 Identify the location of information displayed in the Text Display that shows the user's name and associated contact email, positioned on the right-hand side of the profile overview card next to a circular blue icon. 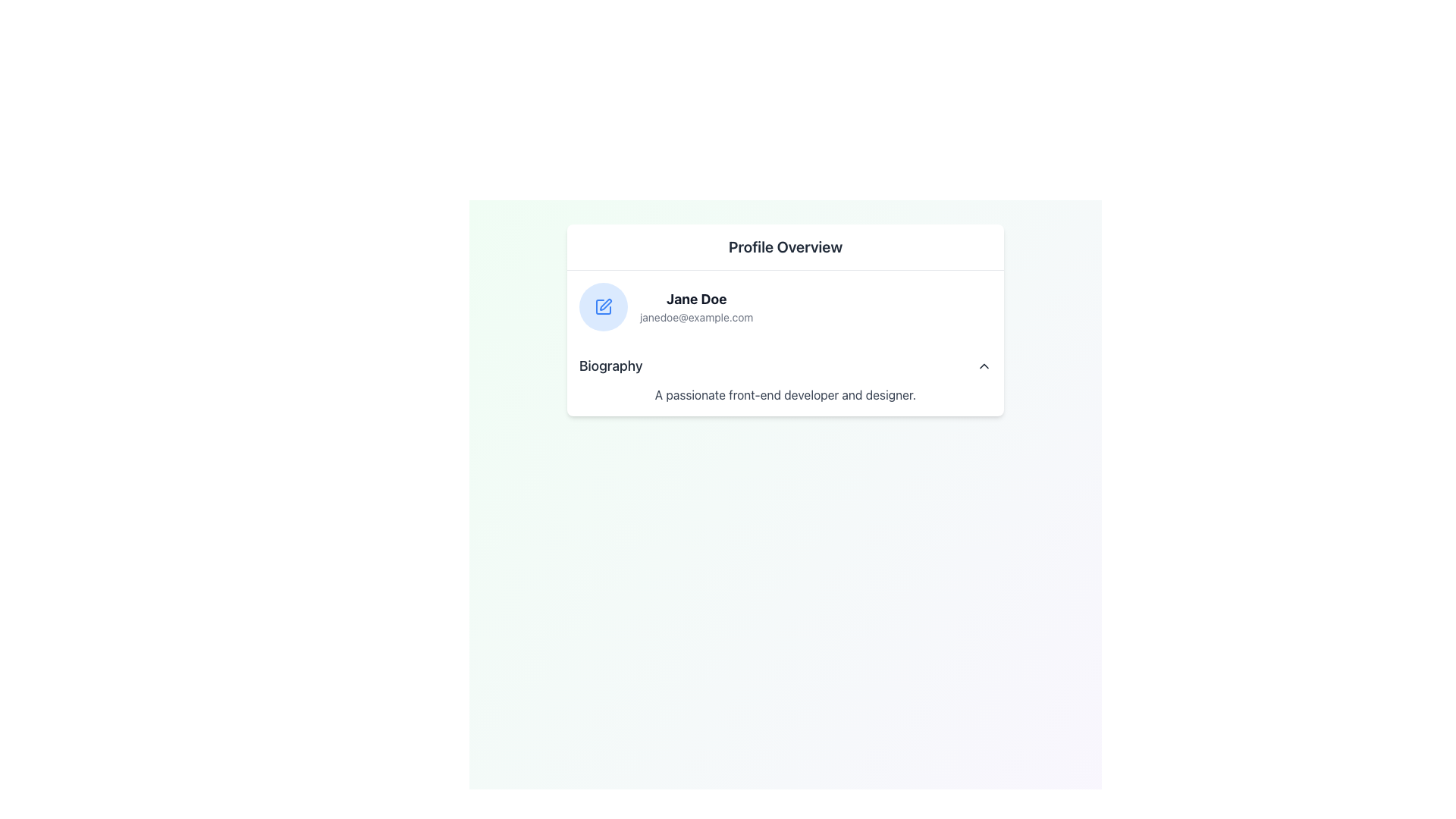
(695, 307).